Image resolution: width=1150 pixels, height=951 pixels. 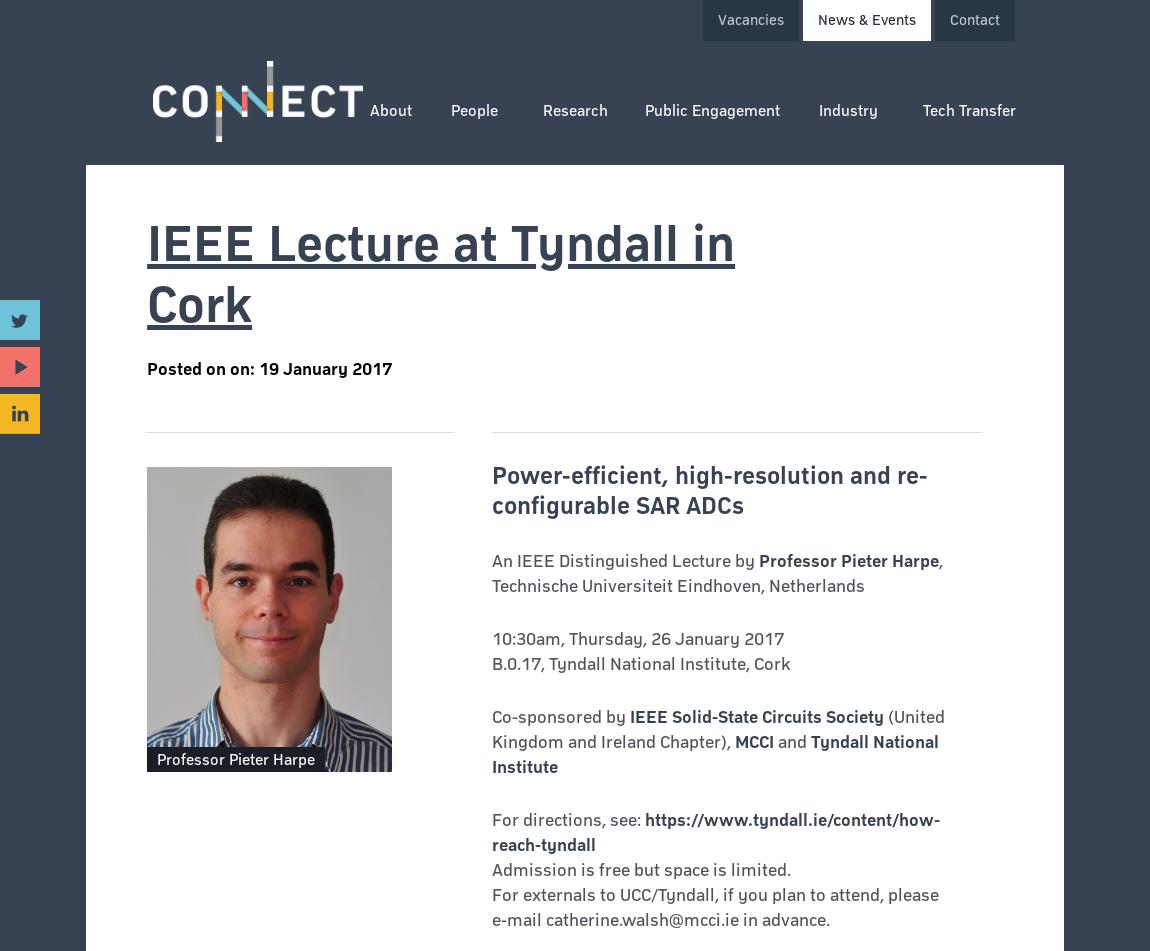 I want to click on 'Research', so click(x=575, y=110).